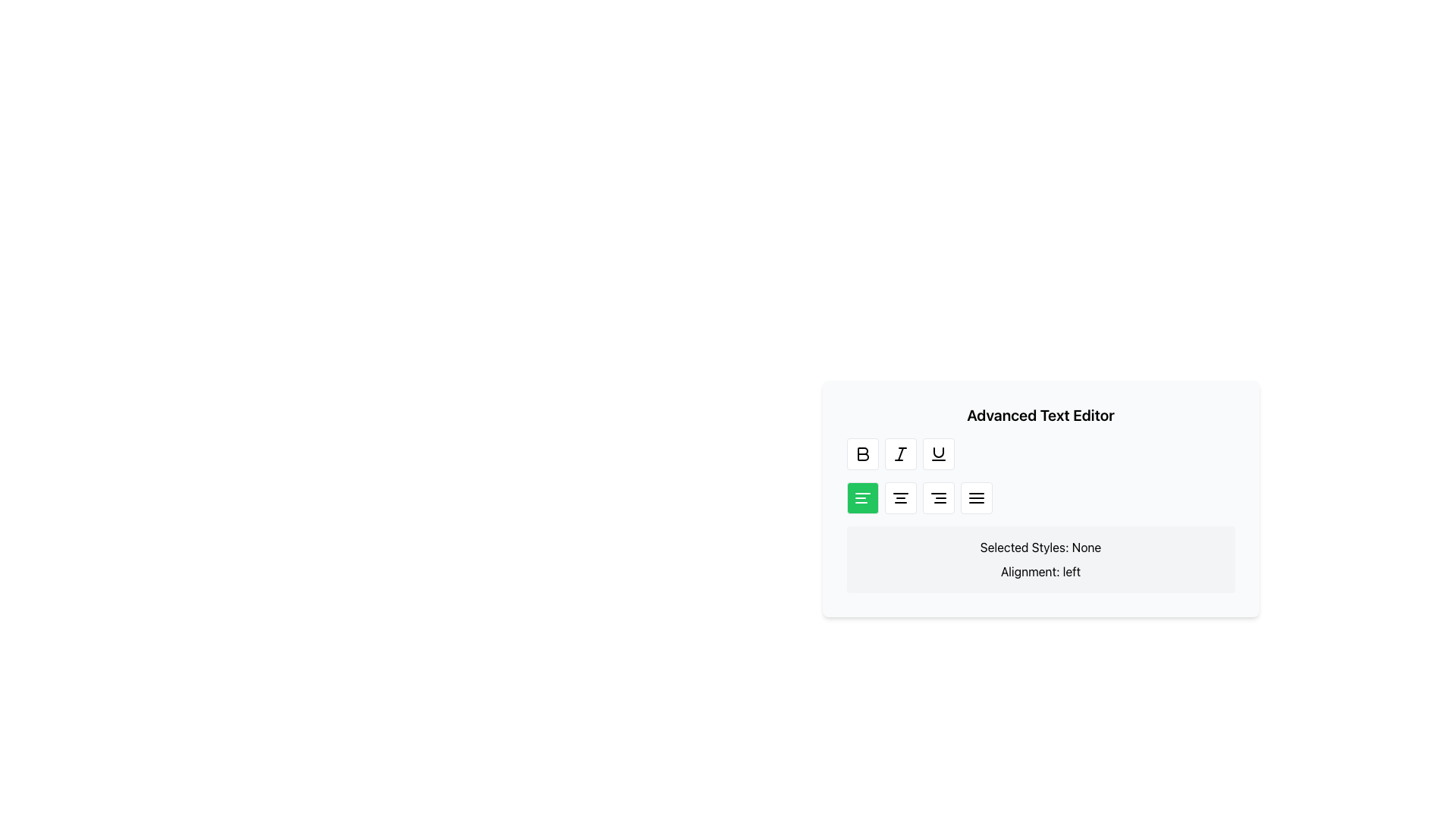  Describe the element at coordinates (1040, 571) in the screenshot. I see `the text label displaying 'Alignment: left.' which is located below 'Selected Styles: None.' in the right-central part of the interface` at that location.